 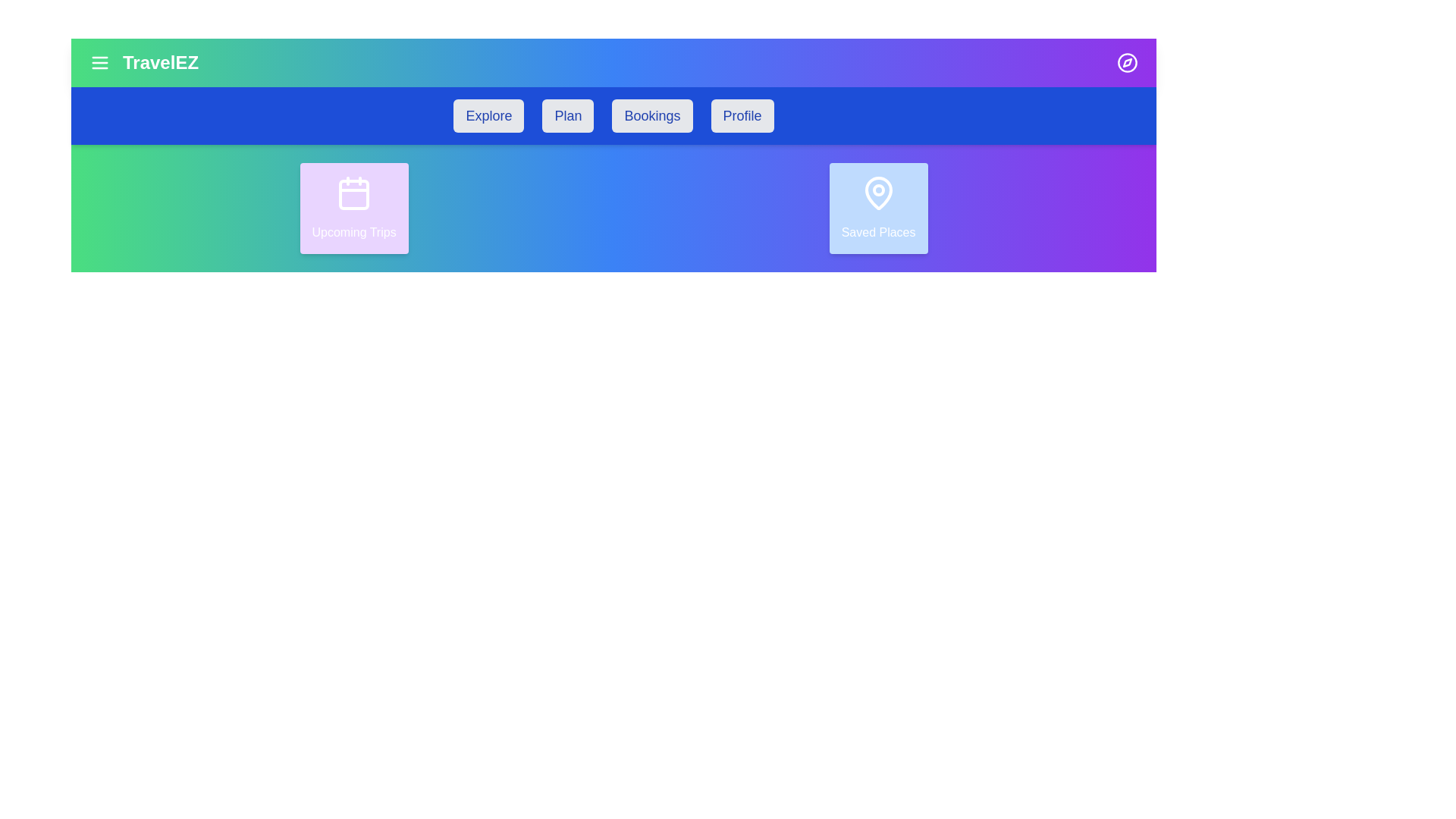 What do you see at coordinates (877, 208) in the screenshot?
I see `the 'Saved Places' card` at bounding box center [877, 208].